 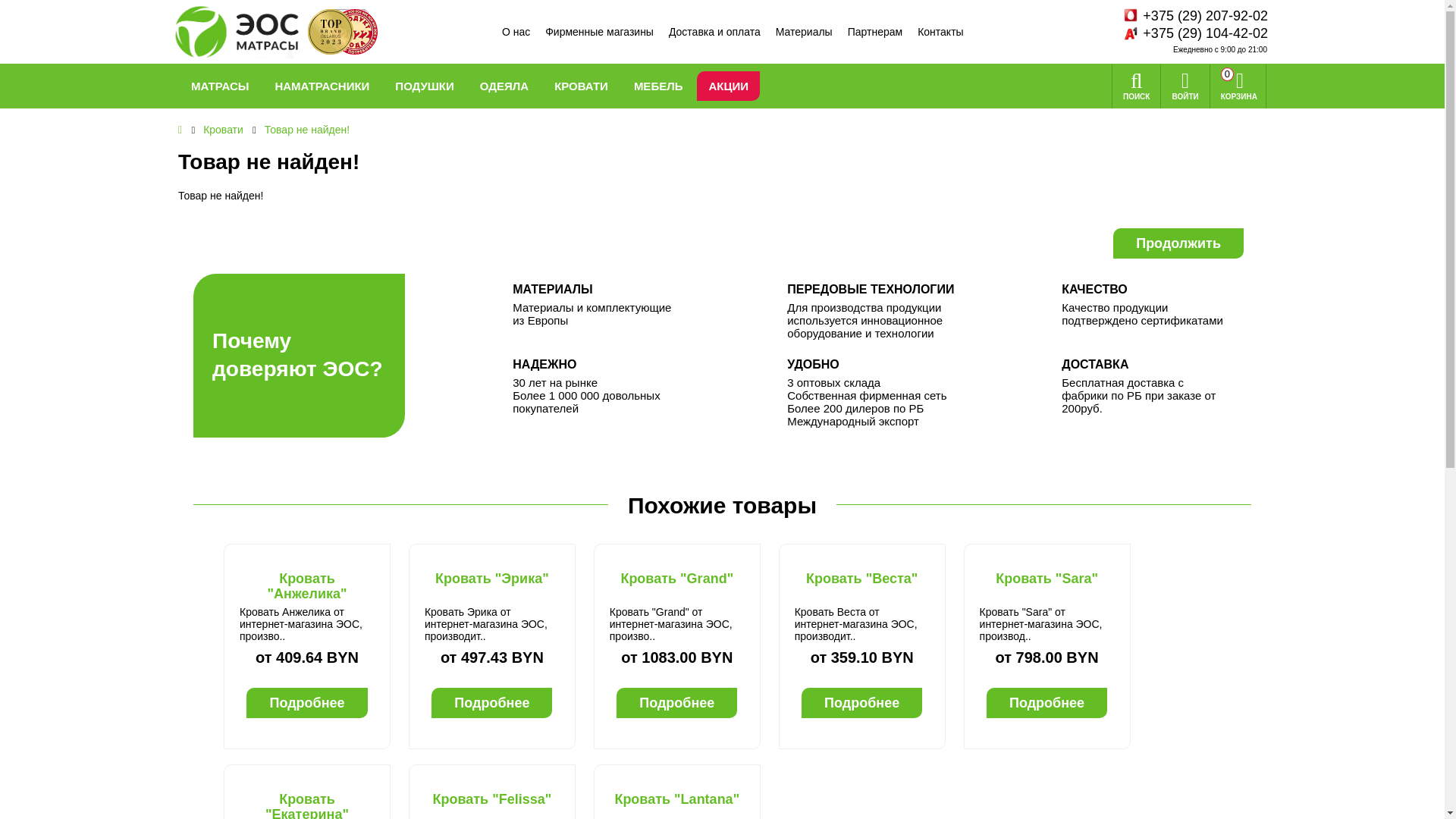 I want to click on '+375 (29) 207-92-02', so click(x=1140, y=16).